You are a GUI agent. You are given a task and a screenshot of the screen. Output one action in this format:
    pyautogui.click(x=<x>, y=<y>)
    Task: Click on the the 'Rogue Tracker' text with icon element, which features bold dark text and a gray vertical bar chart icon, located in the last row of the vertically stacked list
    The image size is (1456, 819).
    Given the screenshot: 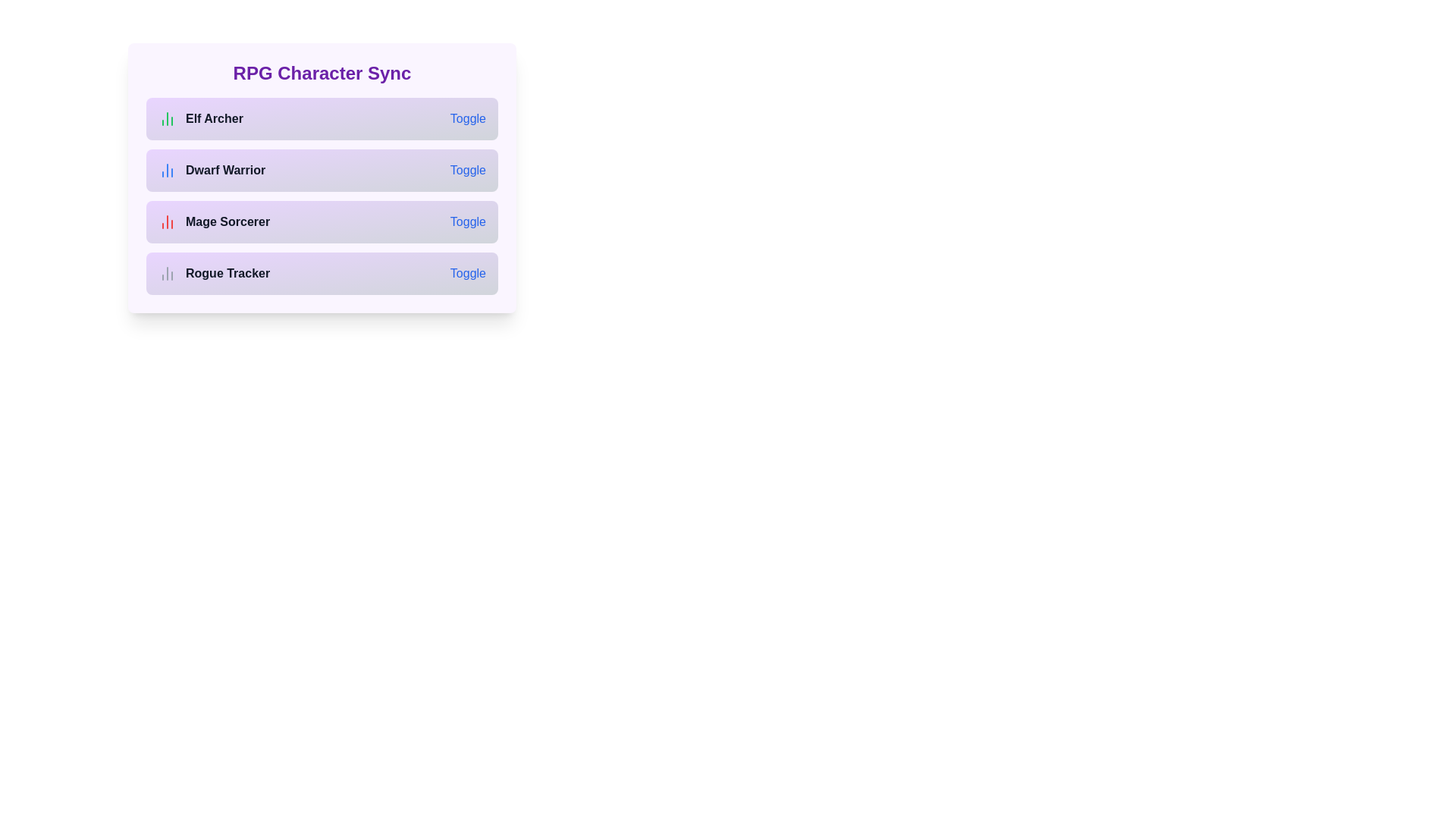 What is the action you would take?
    pyautogui.click(x=213, y=274)
    